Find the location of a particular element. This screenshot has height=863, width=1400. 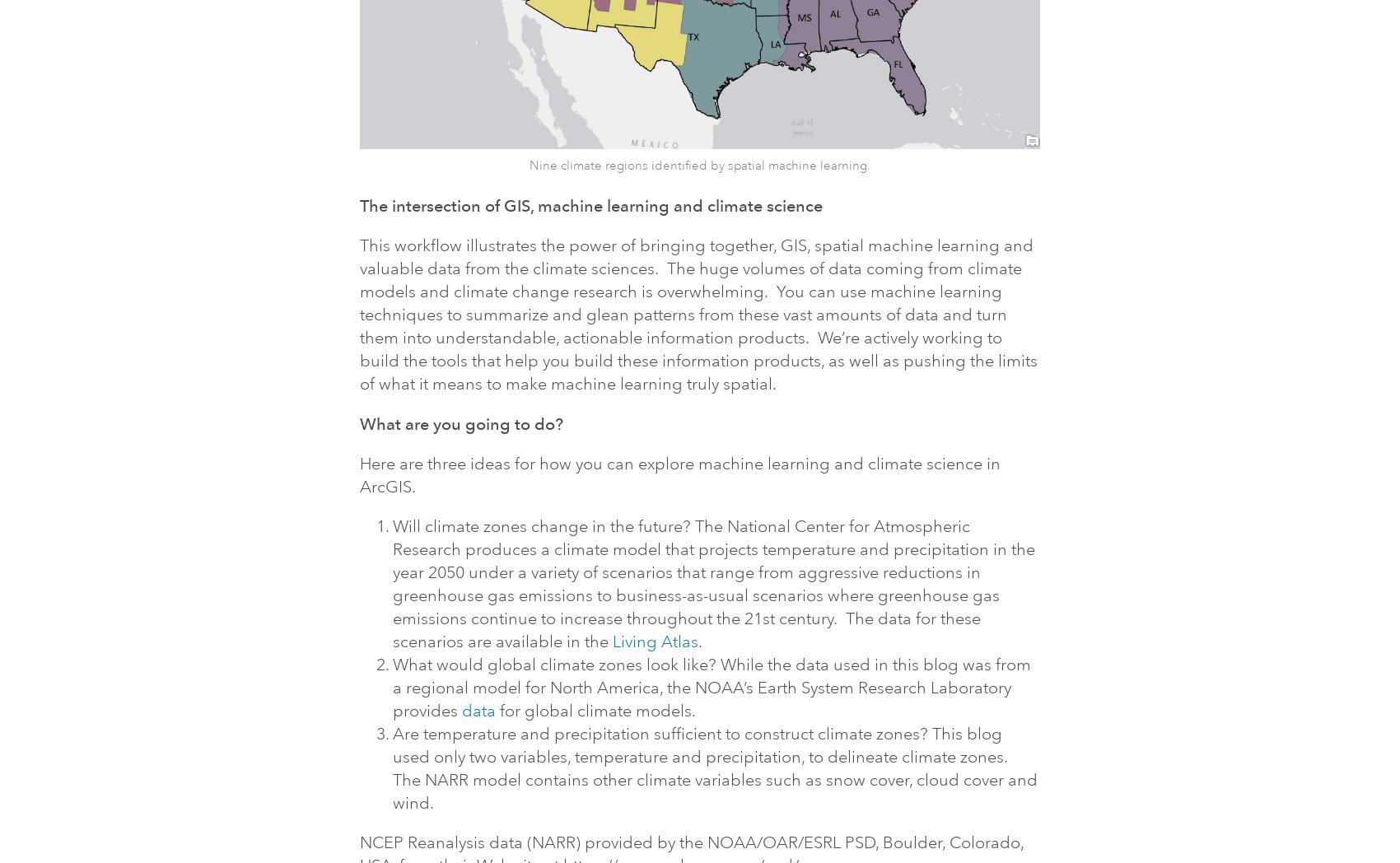

'The intersection of GIS, machine learning and climate science' is located at coordinates (591, 205).